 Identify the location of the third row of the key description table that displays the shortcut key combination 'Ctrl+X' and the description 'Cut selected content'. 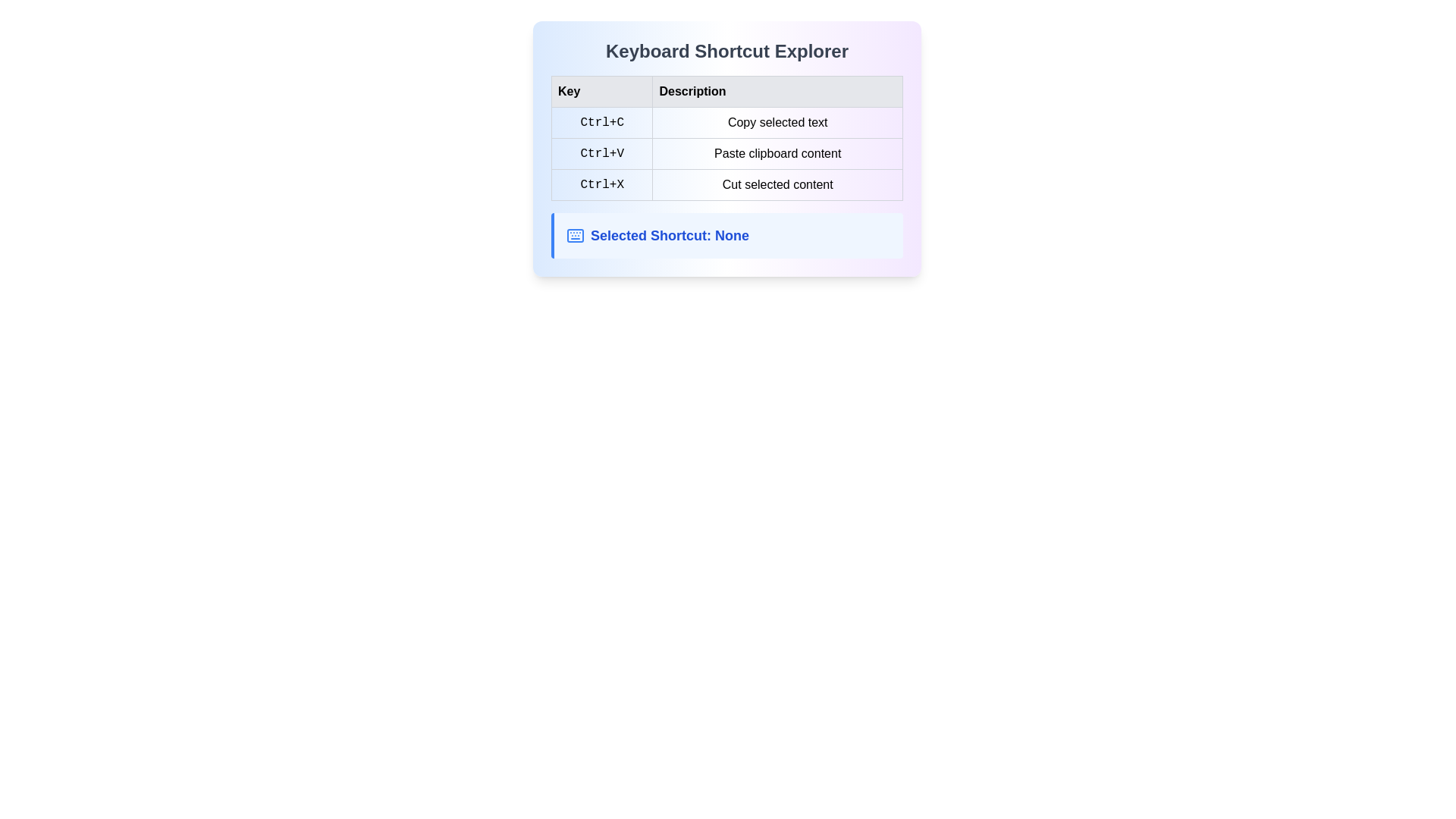
(726, 184).